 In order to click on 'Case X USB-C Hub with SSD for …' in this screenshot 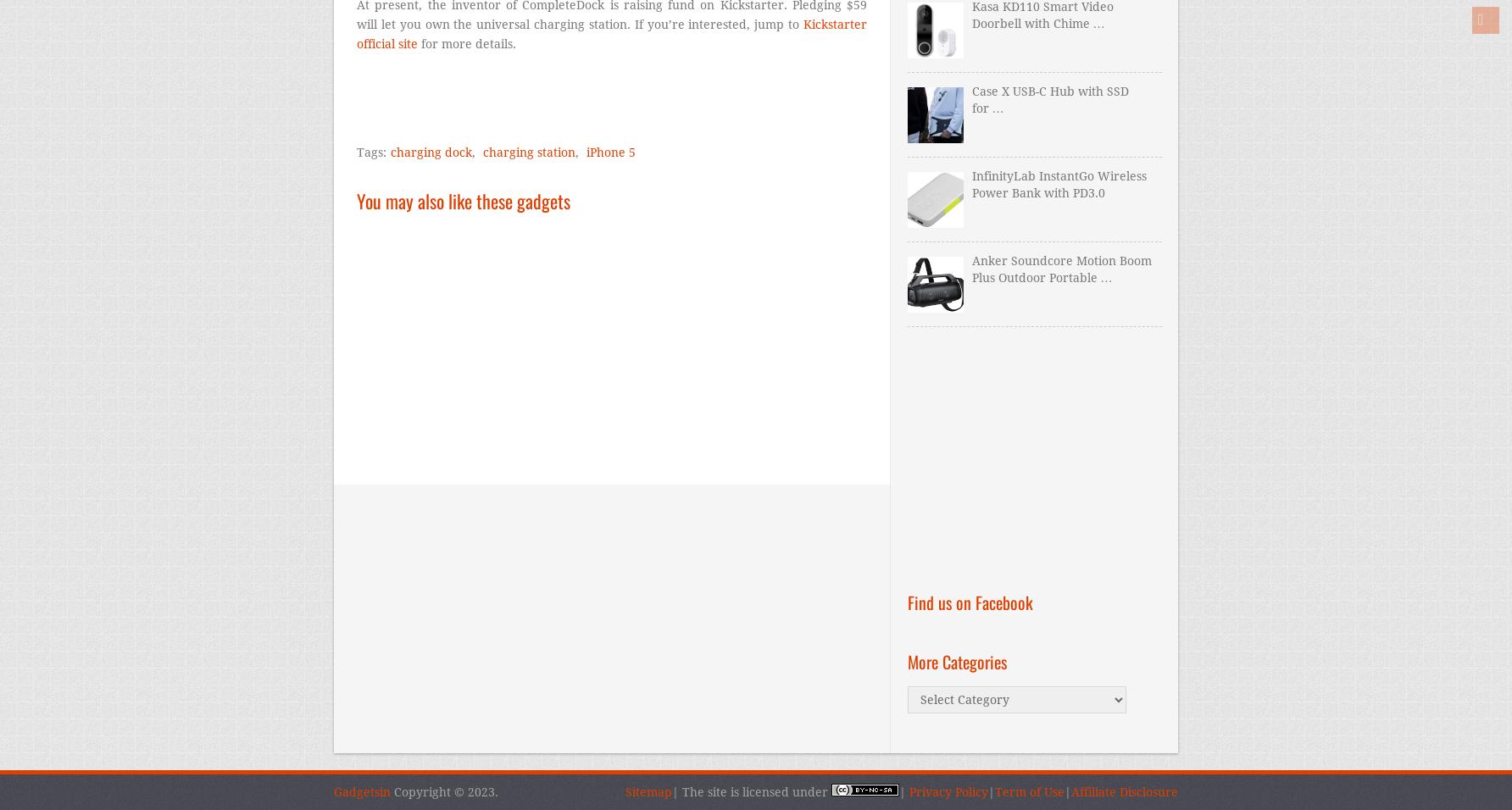, I will do `click(1048, 98)`.